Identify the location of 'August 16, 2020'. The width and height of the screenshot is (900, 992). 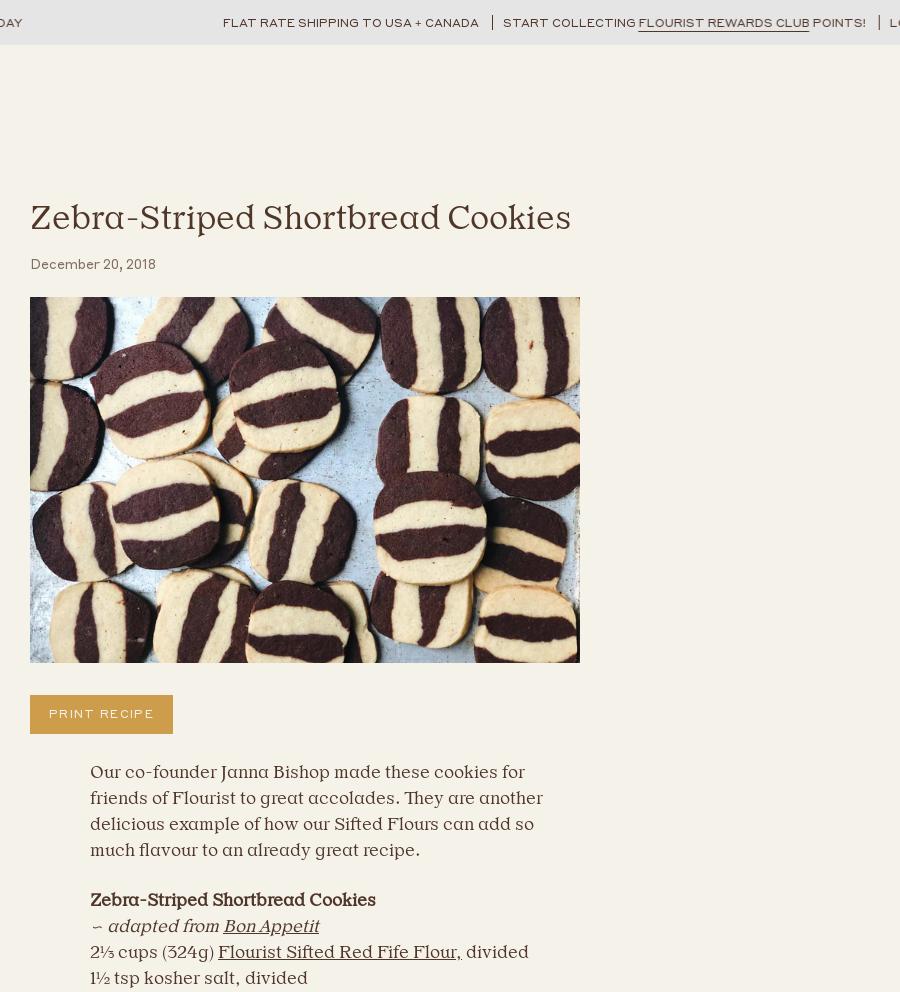
(241, 472).